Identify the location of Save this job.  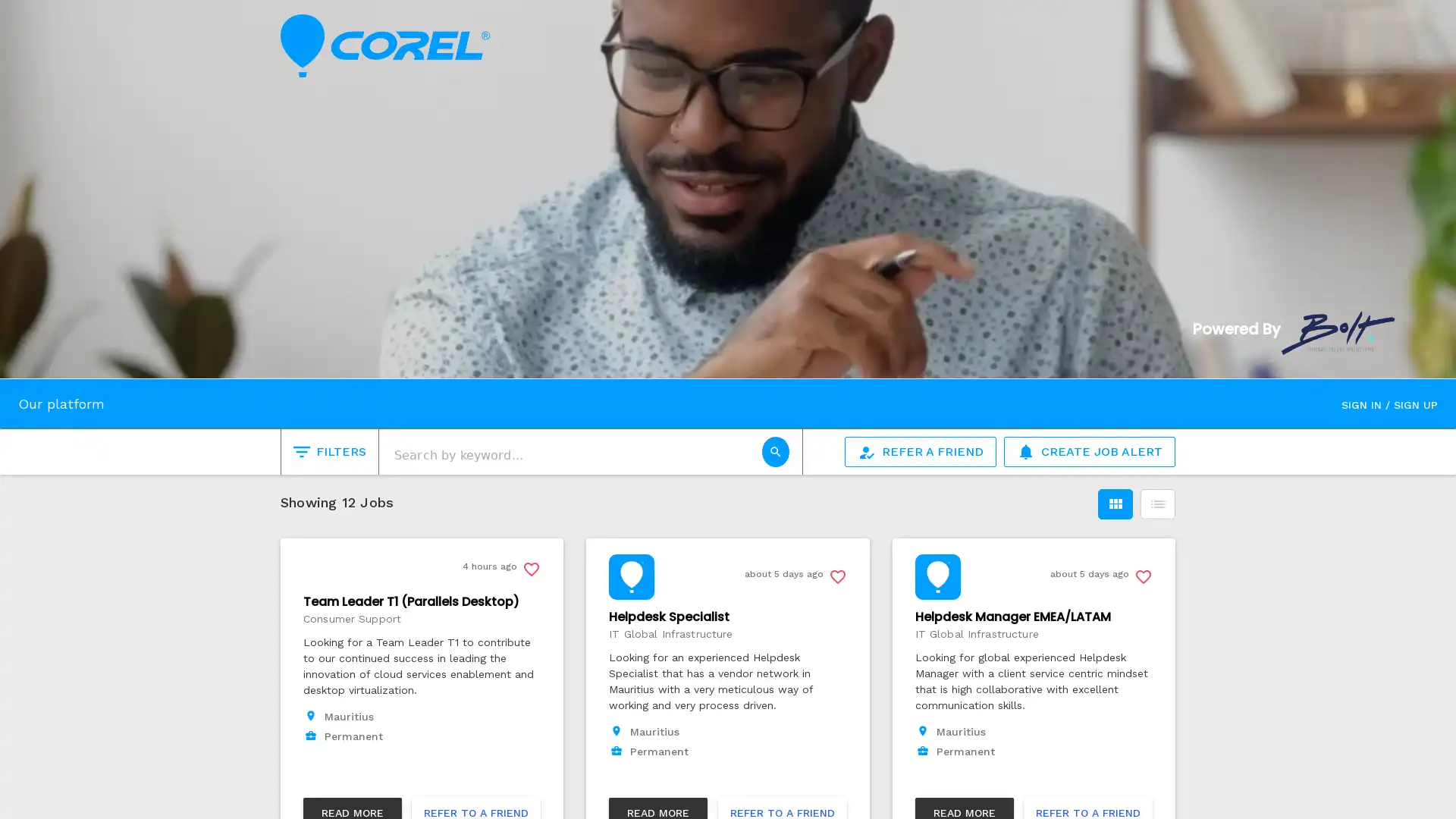
(535, 570).